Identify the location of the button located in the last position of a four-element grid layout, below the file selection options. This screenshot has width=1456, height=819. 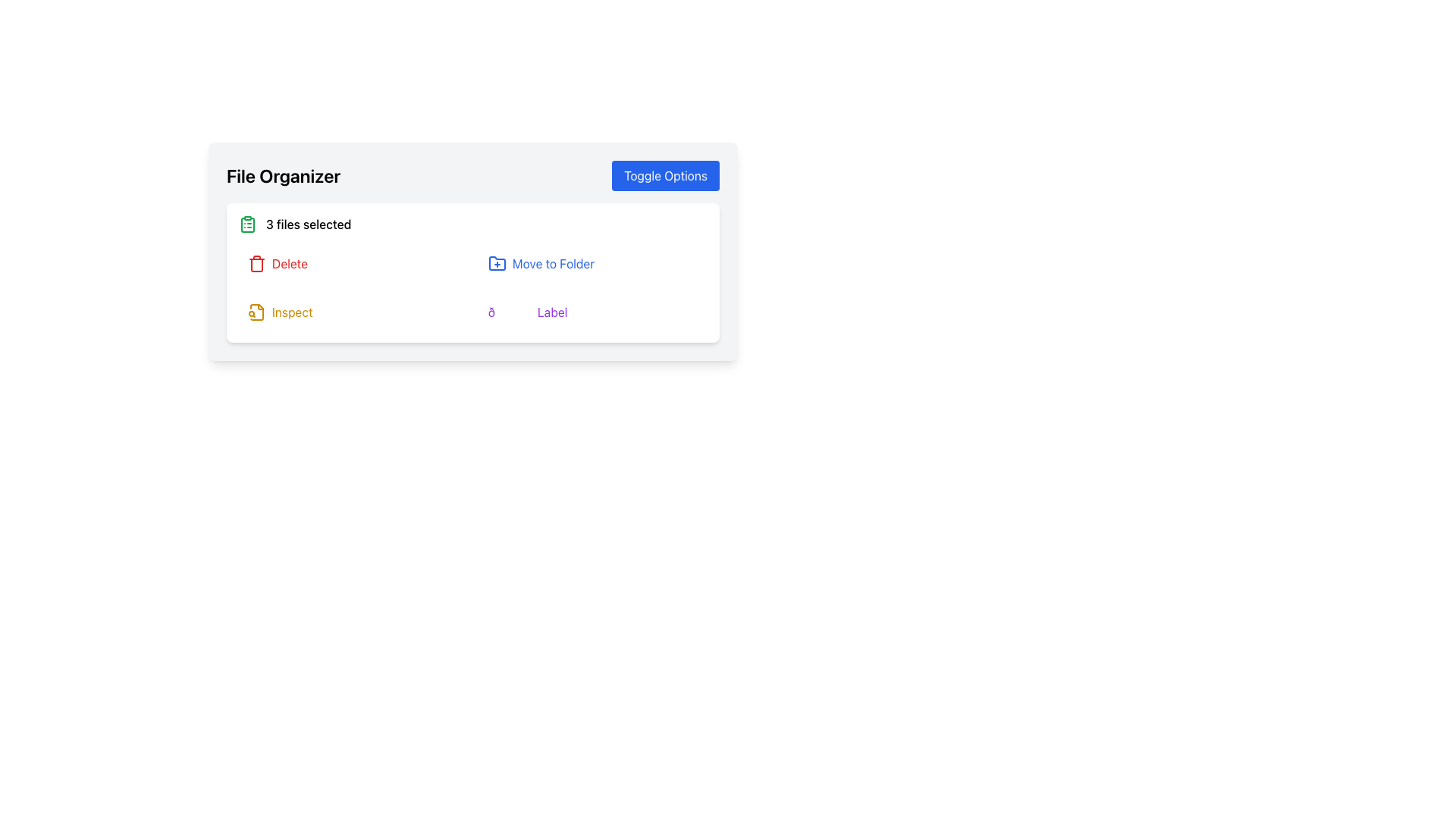
(592, 312).